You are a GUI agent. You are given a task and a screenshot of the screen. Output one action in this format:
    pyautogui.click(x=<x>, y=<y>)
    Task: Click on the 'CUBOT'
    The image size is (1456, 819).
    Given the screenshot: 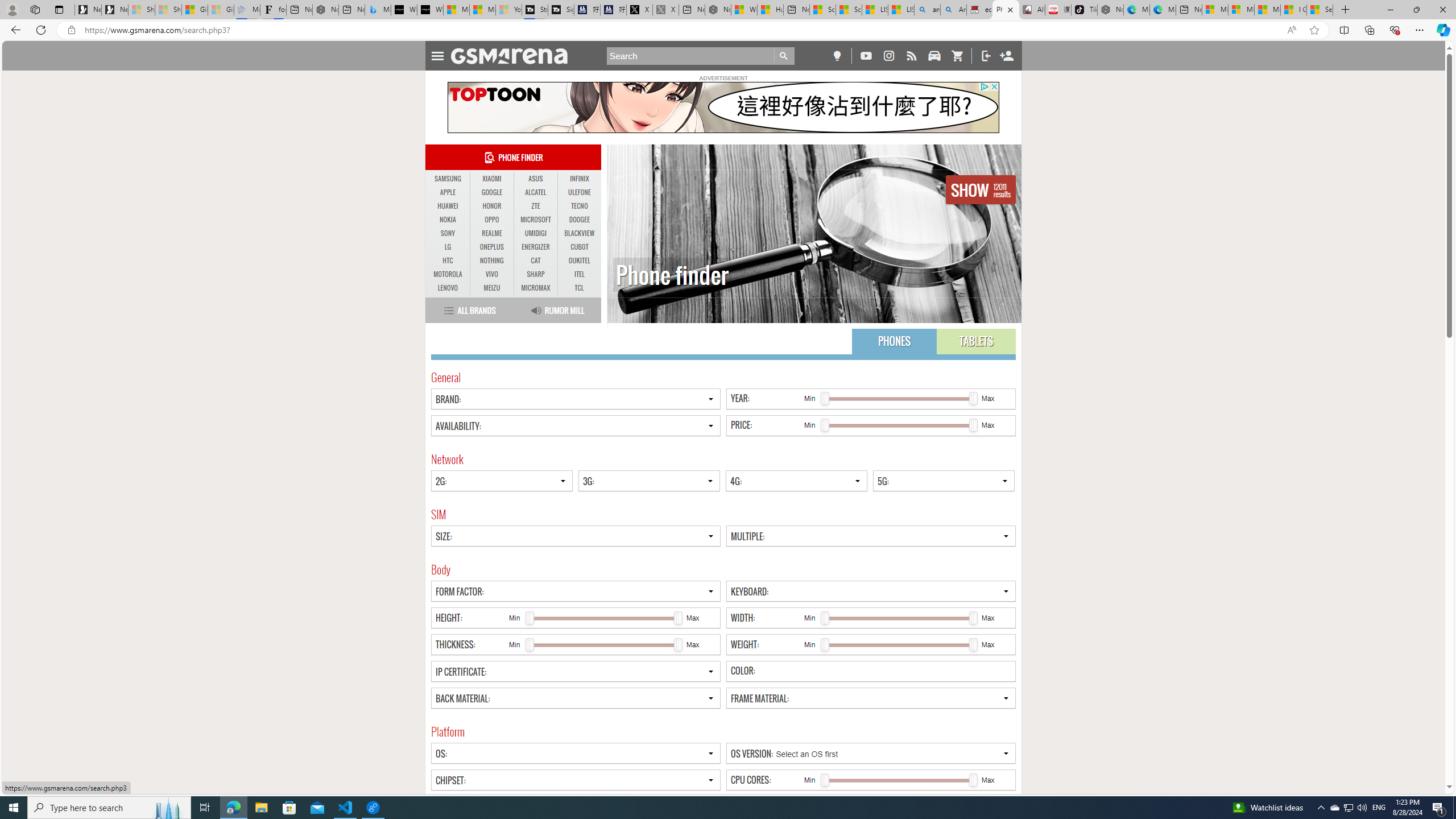 What is the action you would take?
    pyautogui.click(x=579, y=246)
    